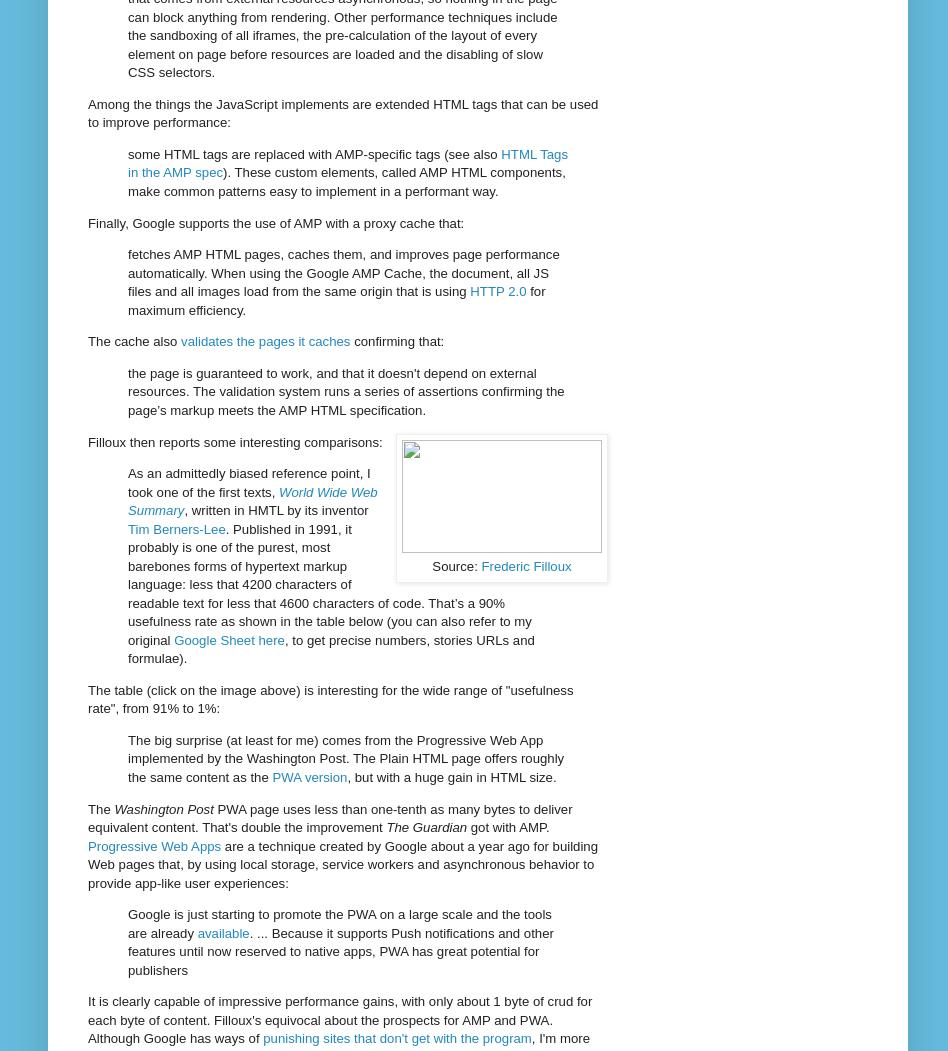  What do you see at coordinates (336, 299) in the screenshot?
I see `'for maximum efficiency.'` at bounding box center [336, 299].